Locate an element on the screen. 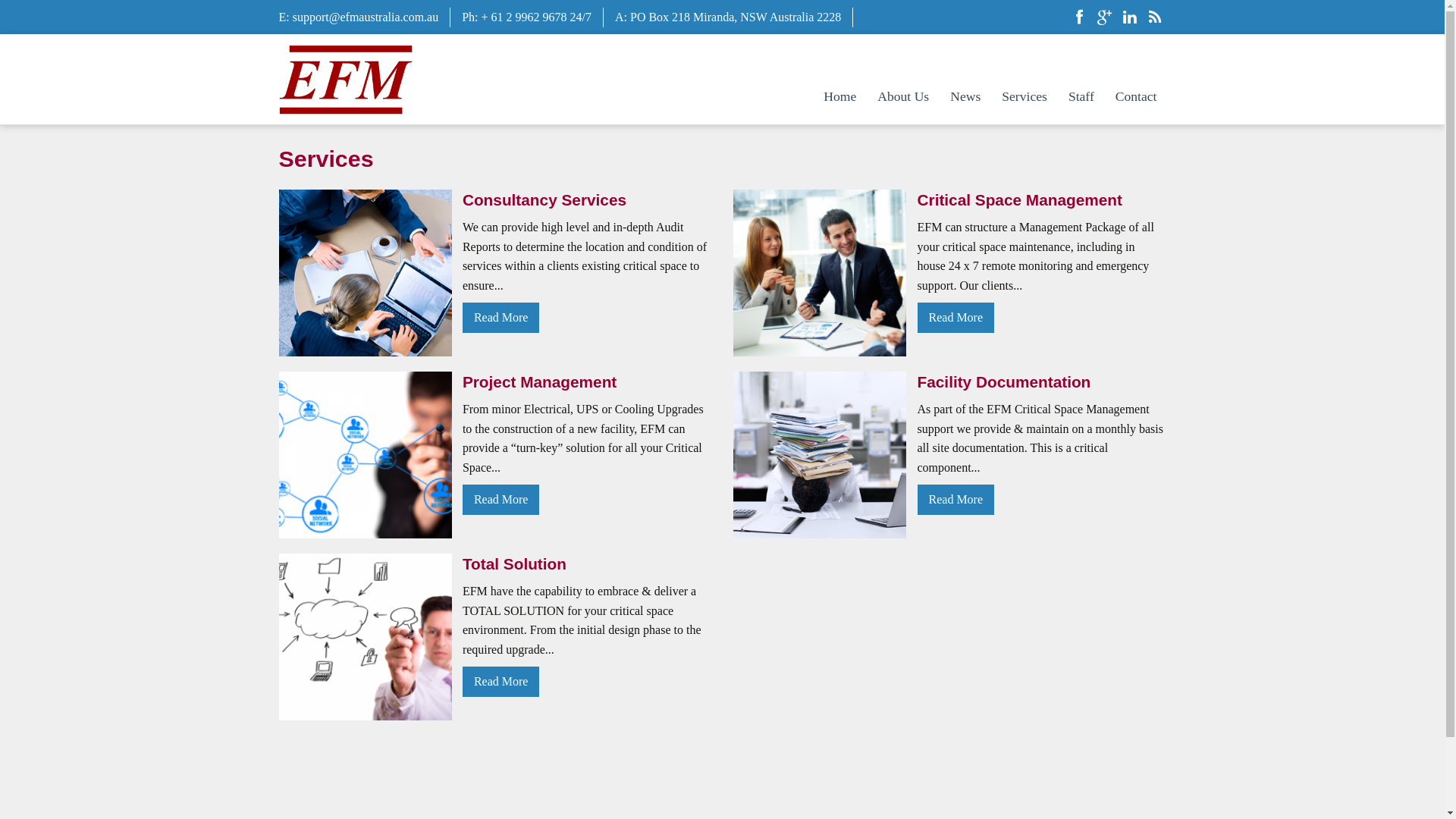 The height and width of the screenshot is (819, 1456). 'About Us' is located at coordinates (868, 96).